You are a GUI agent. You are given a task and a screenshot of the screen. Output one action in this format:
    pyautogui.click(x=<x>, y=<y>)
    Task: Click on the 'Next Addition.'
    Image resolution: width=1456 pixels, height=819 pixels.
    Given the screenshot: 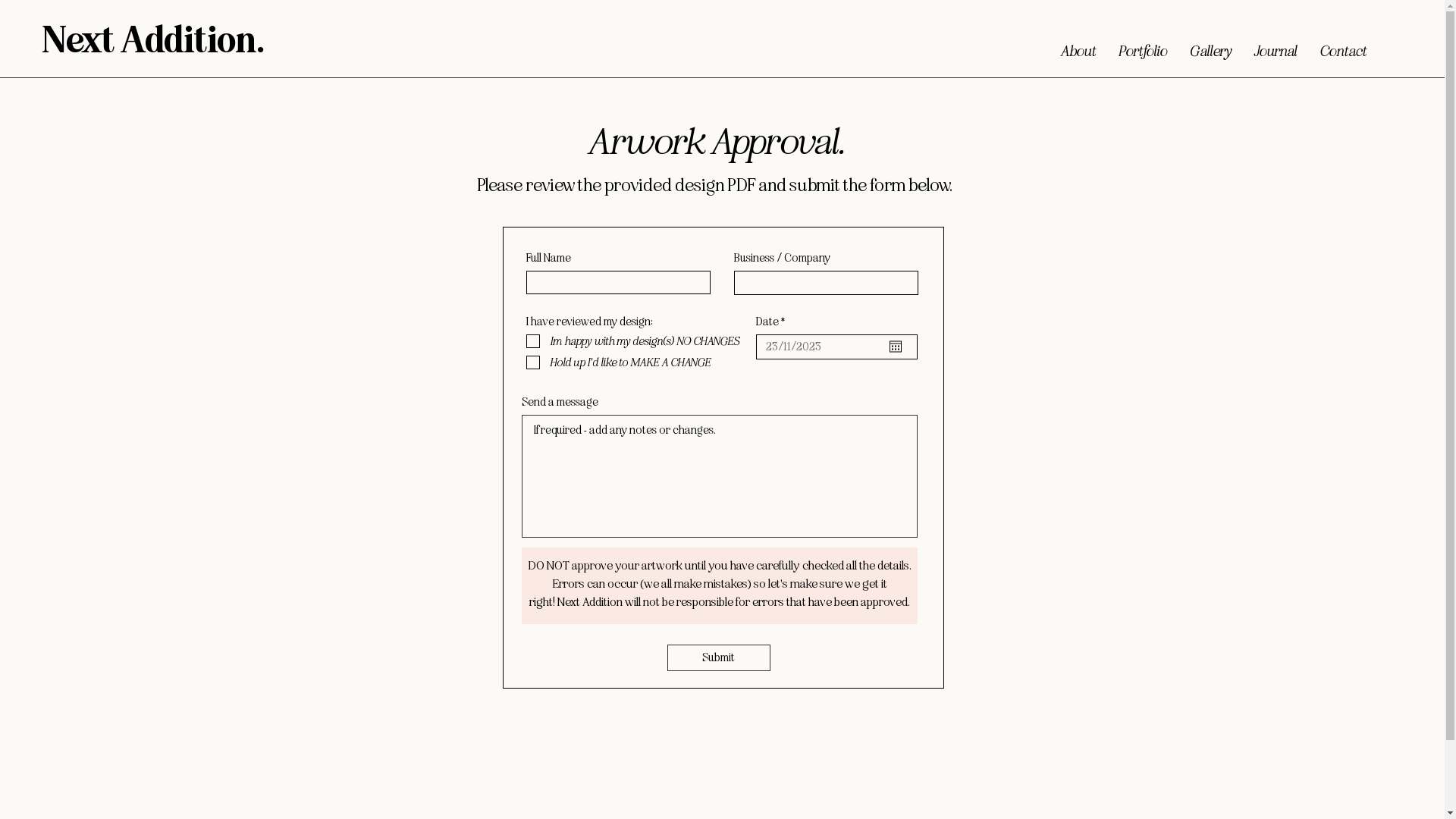 What is the action you would take?
    pyautogui.click(x=42, y=40)
    